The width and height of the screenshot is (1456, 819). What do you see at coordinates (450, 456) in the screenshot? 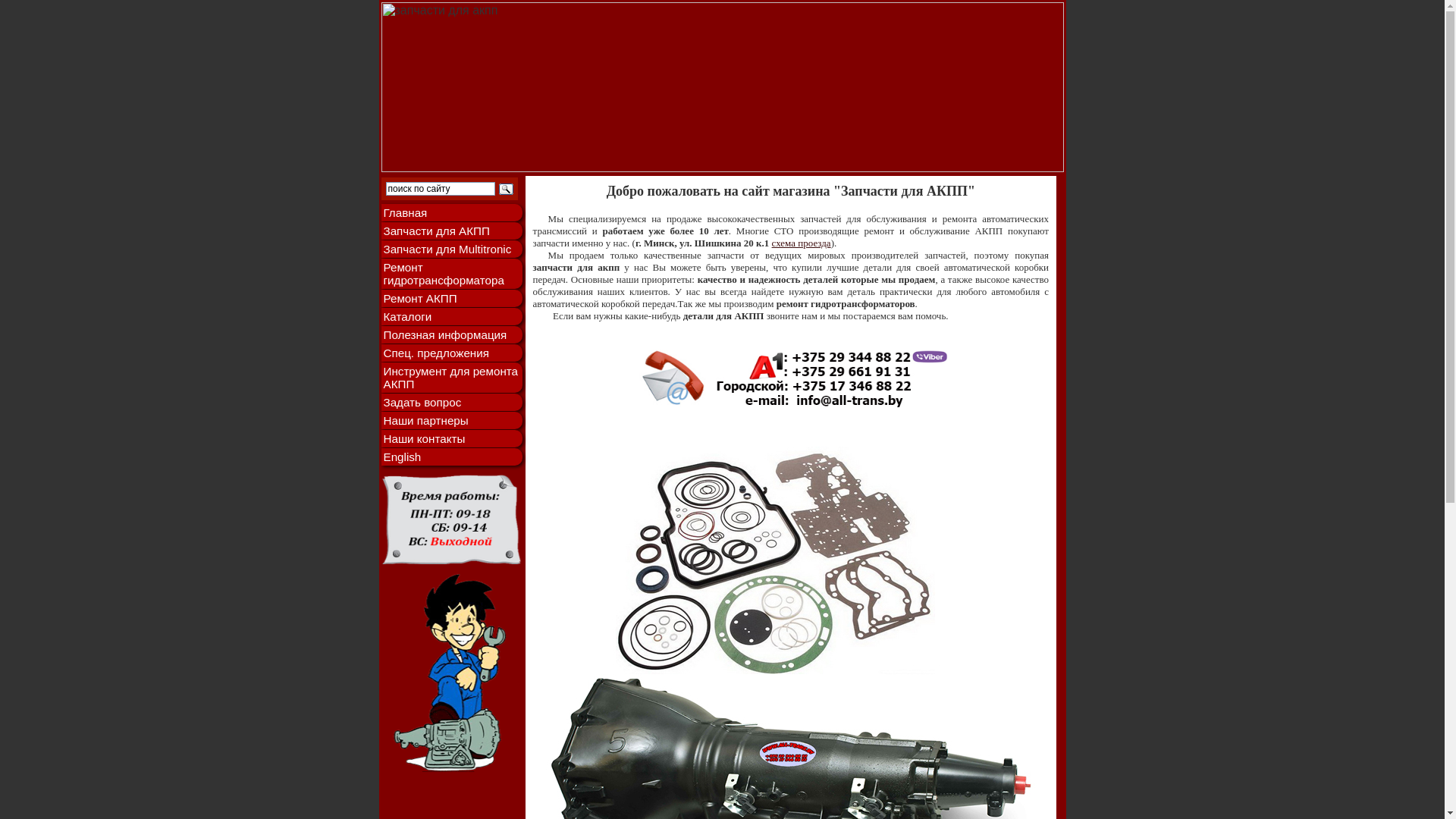
I see `'English'` at bounding box center [450, 456].